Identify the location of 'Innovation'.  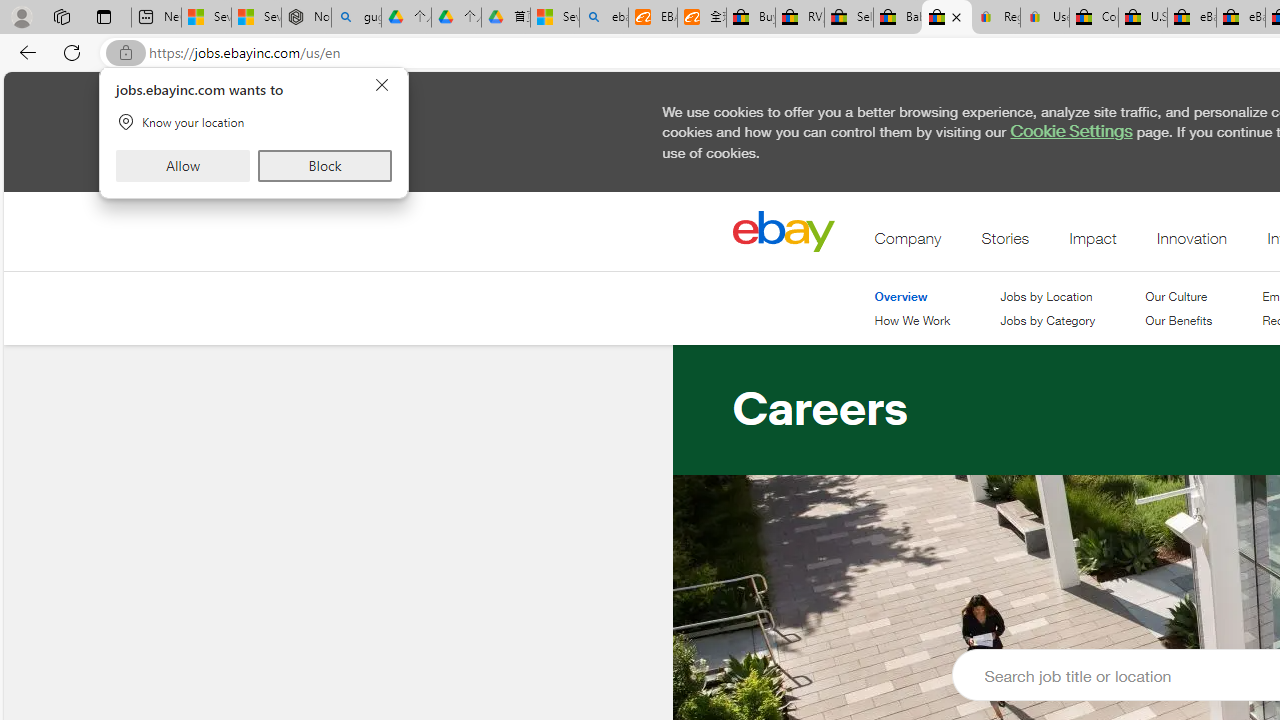
(1191, 242).